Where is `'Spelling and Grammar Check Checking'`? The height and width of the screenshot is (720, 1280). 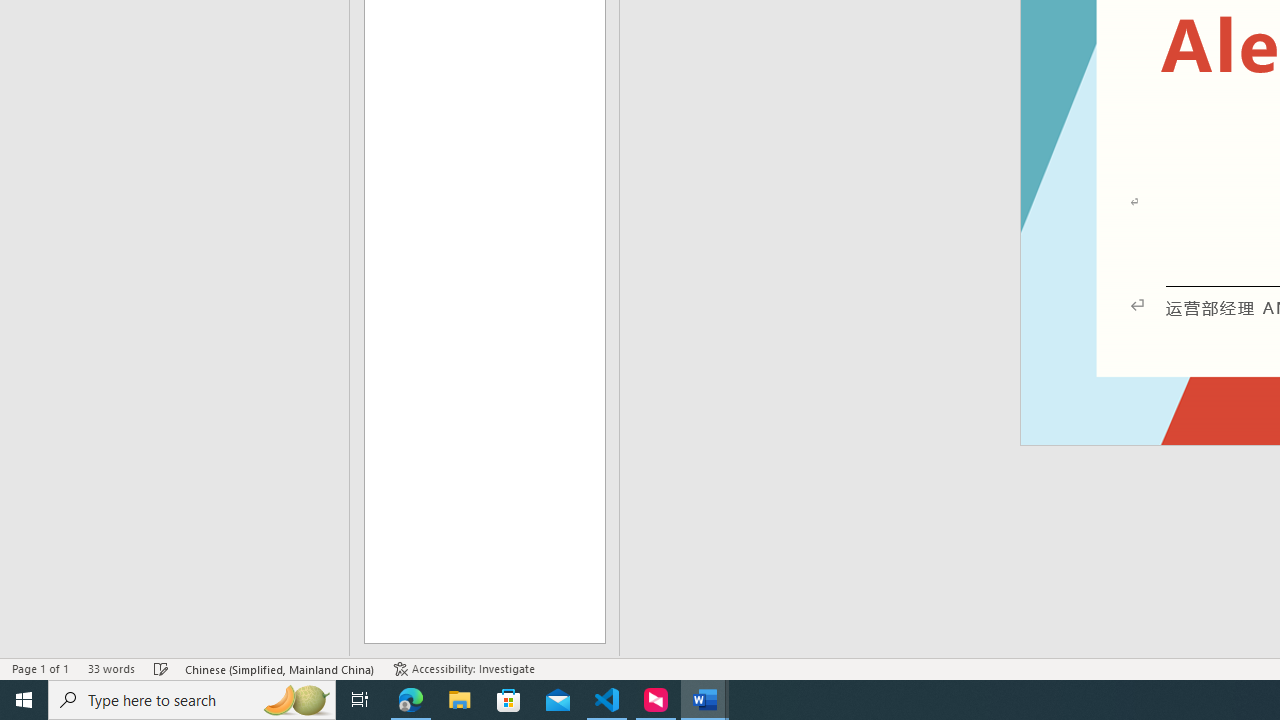 'Spelling and Grammar Check Checking' is located at coordinates (161, 669).